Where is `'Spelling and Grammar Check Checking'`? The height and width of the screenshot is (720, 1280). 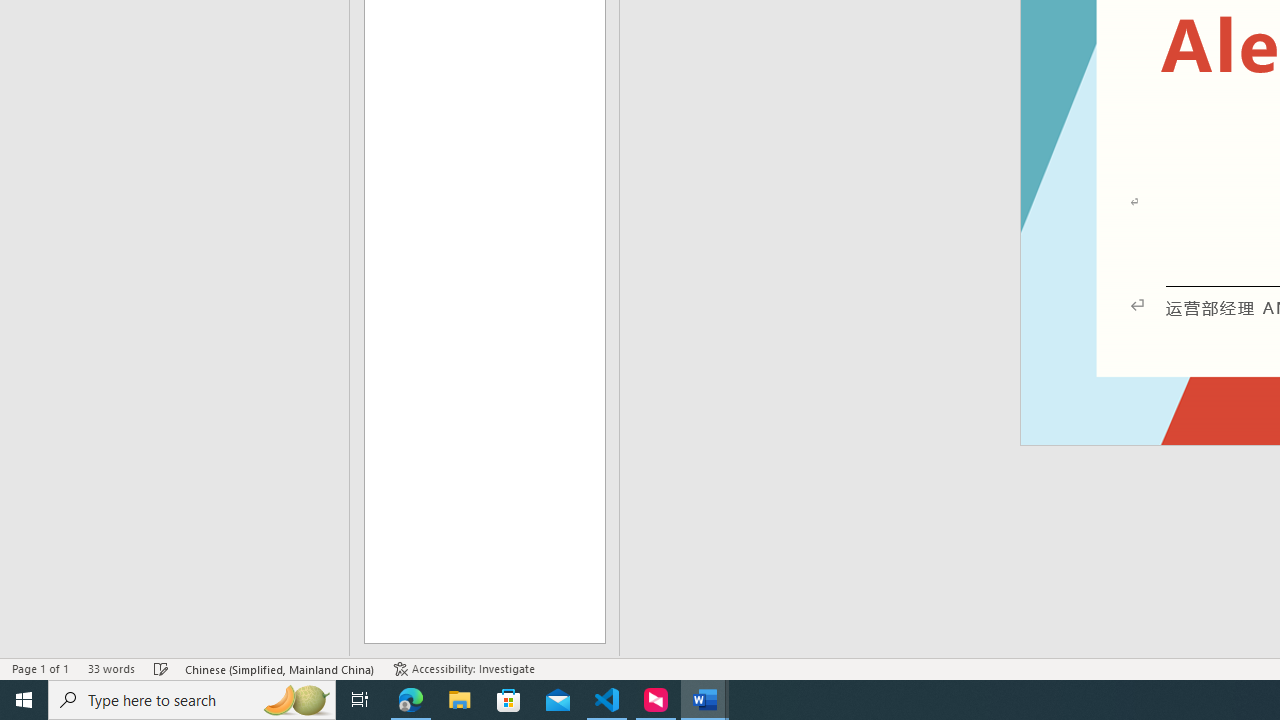 'Spelling and Grammar Check Checking' is located at coordinates (161, 669).